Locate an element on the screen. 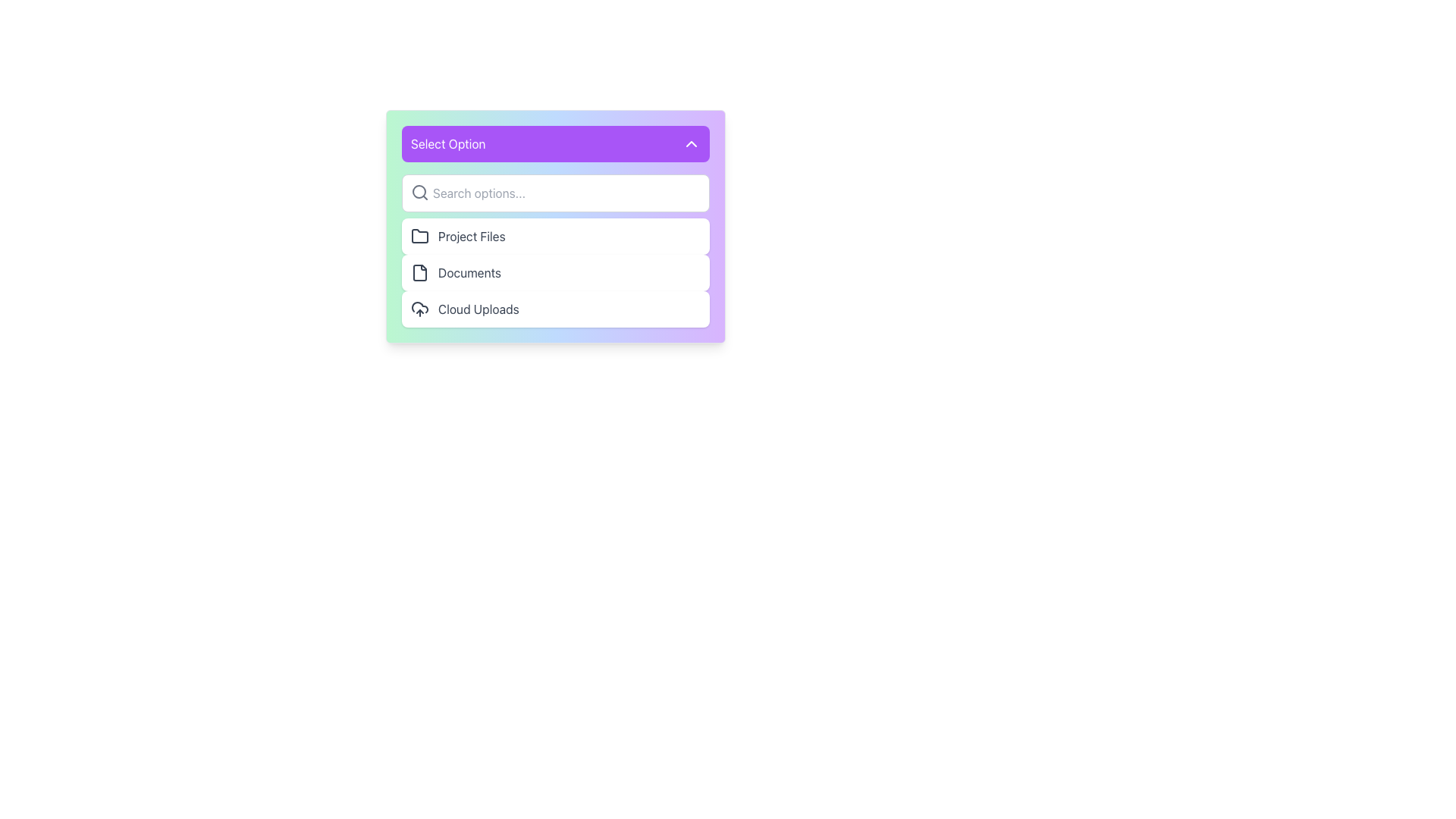  the cloud upload icon is located at coordinates (419, 309).